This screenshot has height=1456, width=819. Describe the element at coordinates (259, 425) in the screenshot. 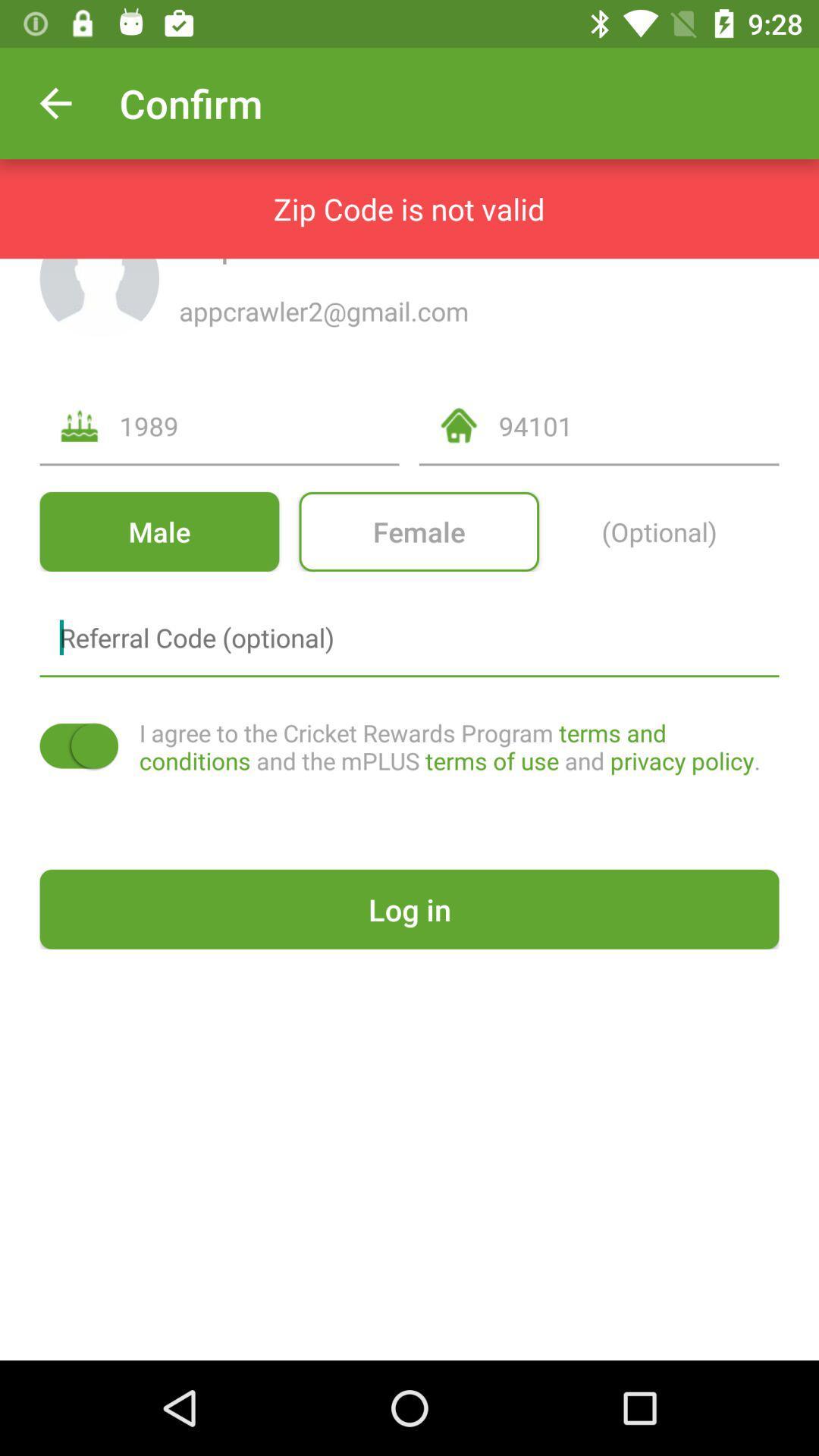

I see `1989 icon` at that location.